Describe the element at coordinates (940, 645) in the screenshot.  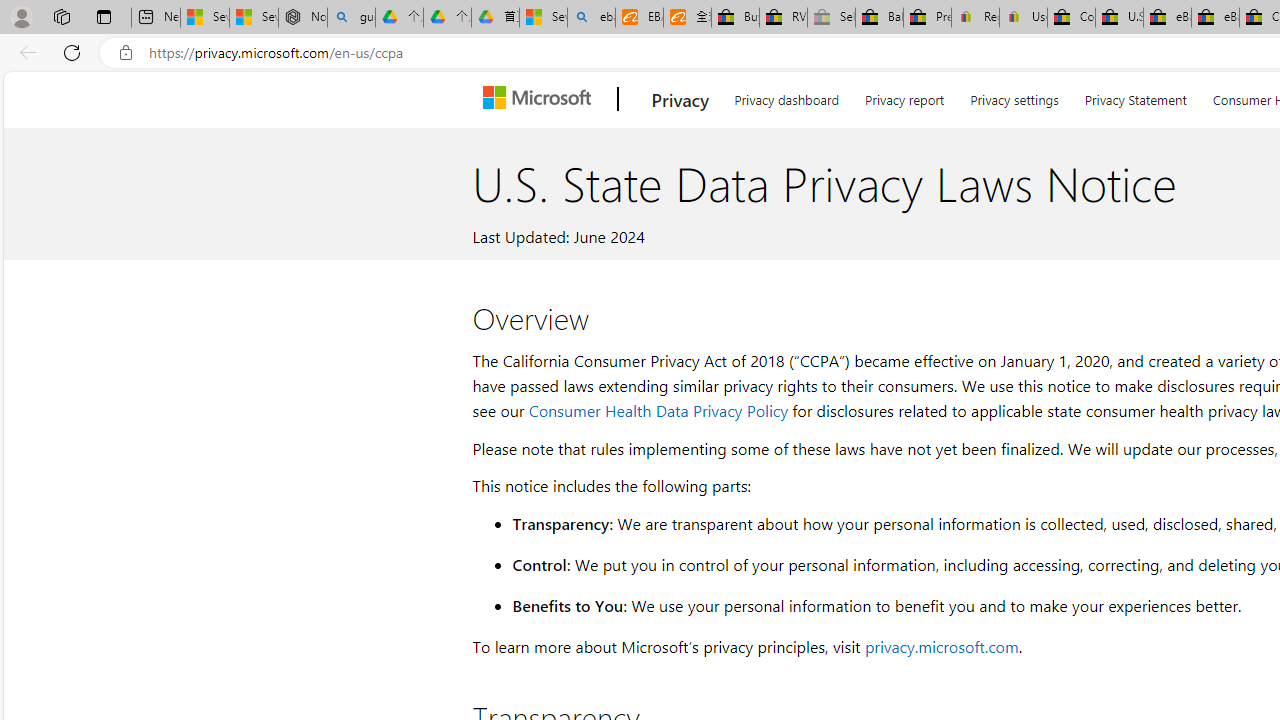
I see `'privacy.microsoft.com'` at that location.